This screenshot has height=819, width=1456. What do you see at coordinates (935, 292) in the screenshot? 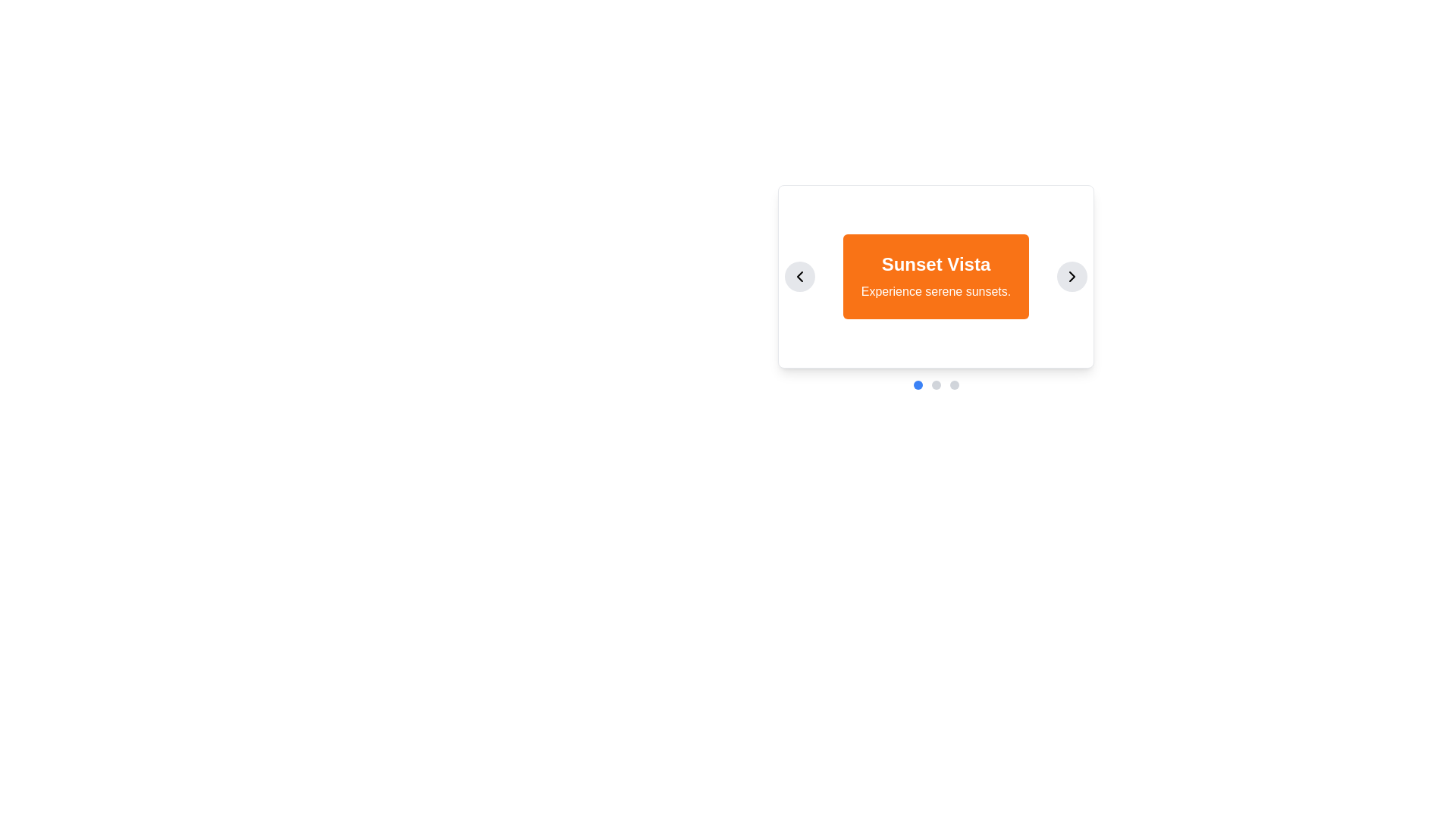
I see `text content of the text block displaying 'Experience serene sunsets.' which is styled in white font against an orange background, located below 'Sunset Vista'` at bounding box center [935, 292].